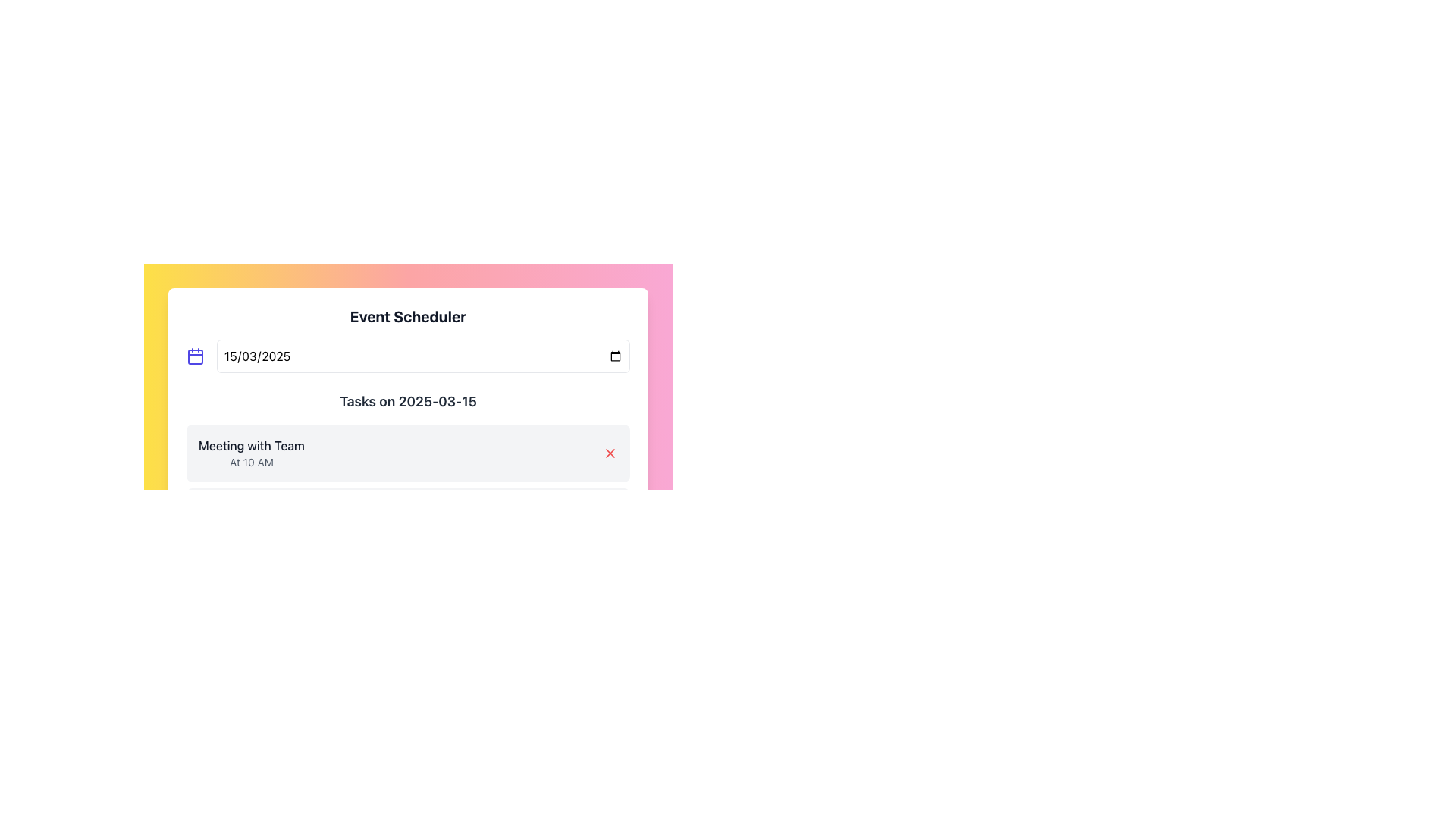  What do you see at coordinates (408, 467) in the screenshot?
I see `the first task entry component for the meeting scheduled on March 15, 2025` at bounding box center [408, 467].